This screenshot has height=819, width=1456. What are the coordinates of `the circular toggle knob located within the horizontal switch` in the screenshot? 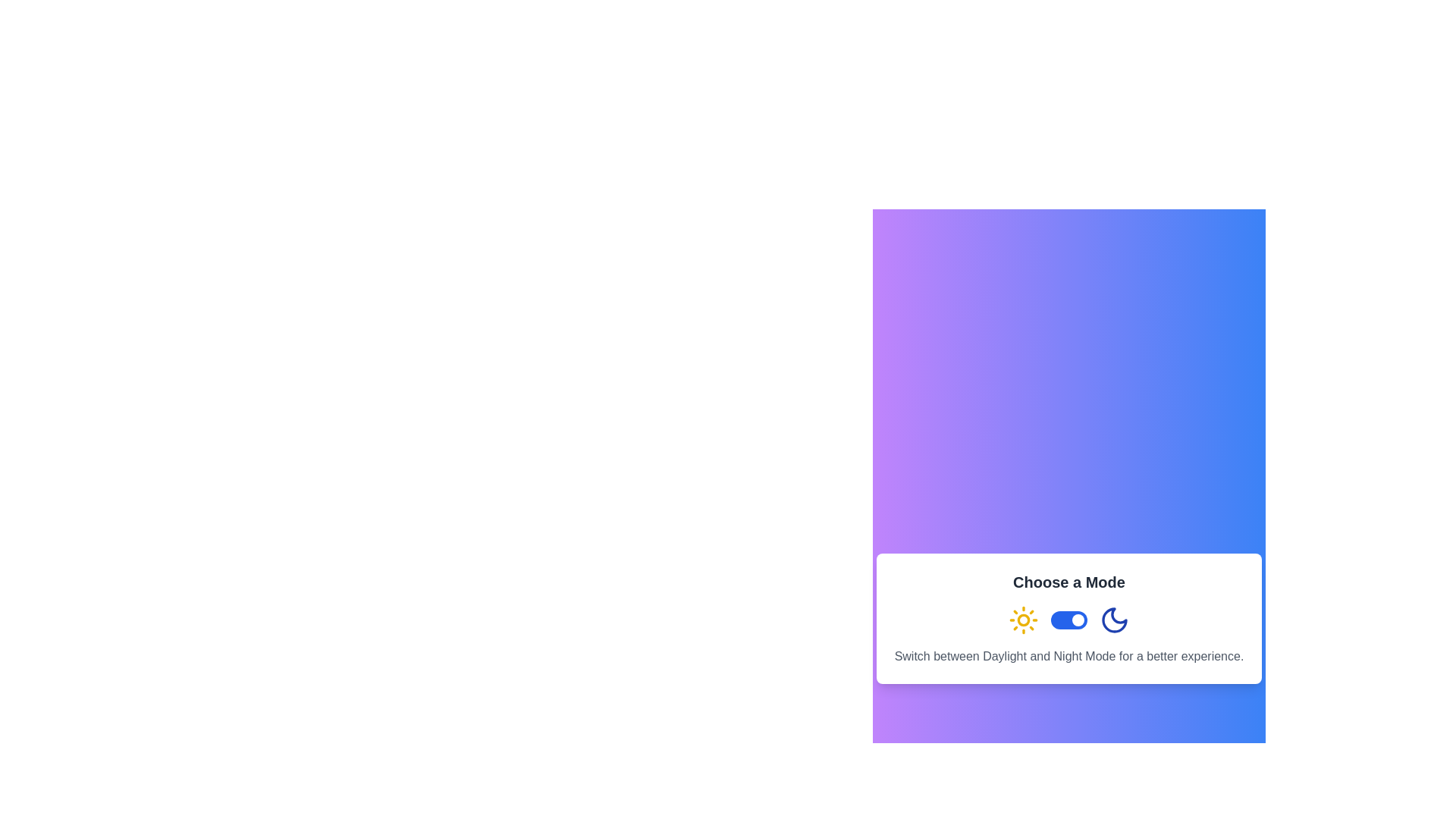 It's located at (1077, 620).